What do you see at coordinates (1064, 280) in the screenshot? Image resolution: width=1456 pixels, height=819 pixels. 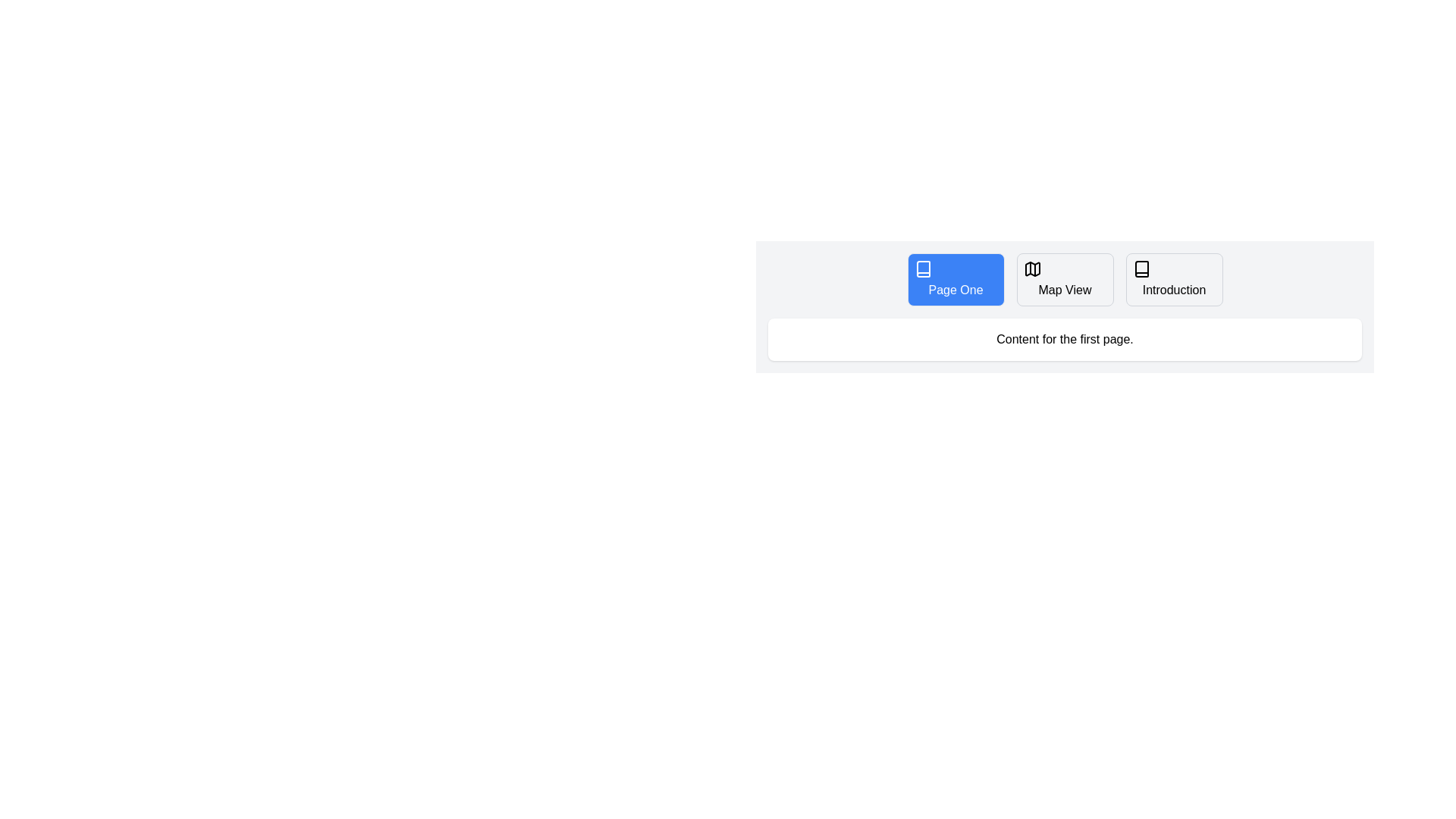 I see `the 'Map View' button, which is the second button in a group of three, positioned between the 'Page One' button and the 'Introduction' button` at bounding box center [1064, 280].